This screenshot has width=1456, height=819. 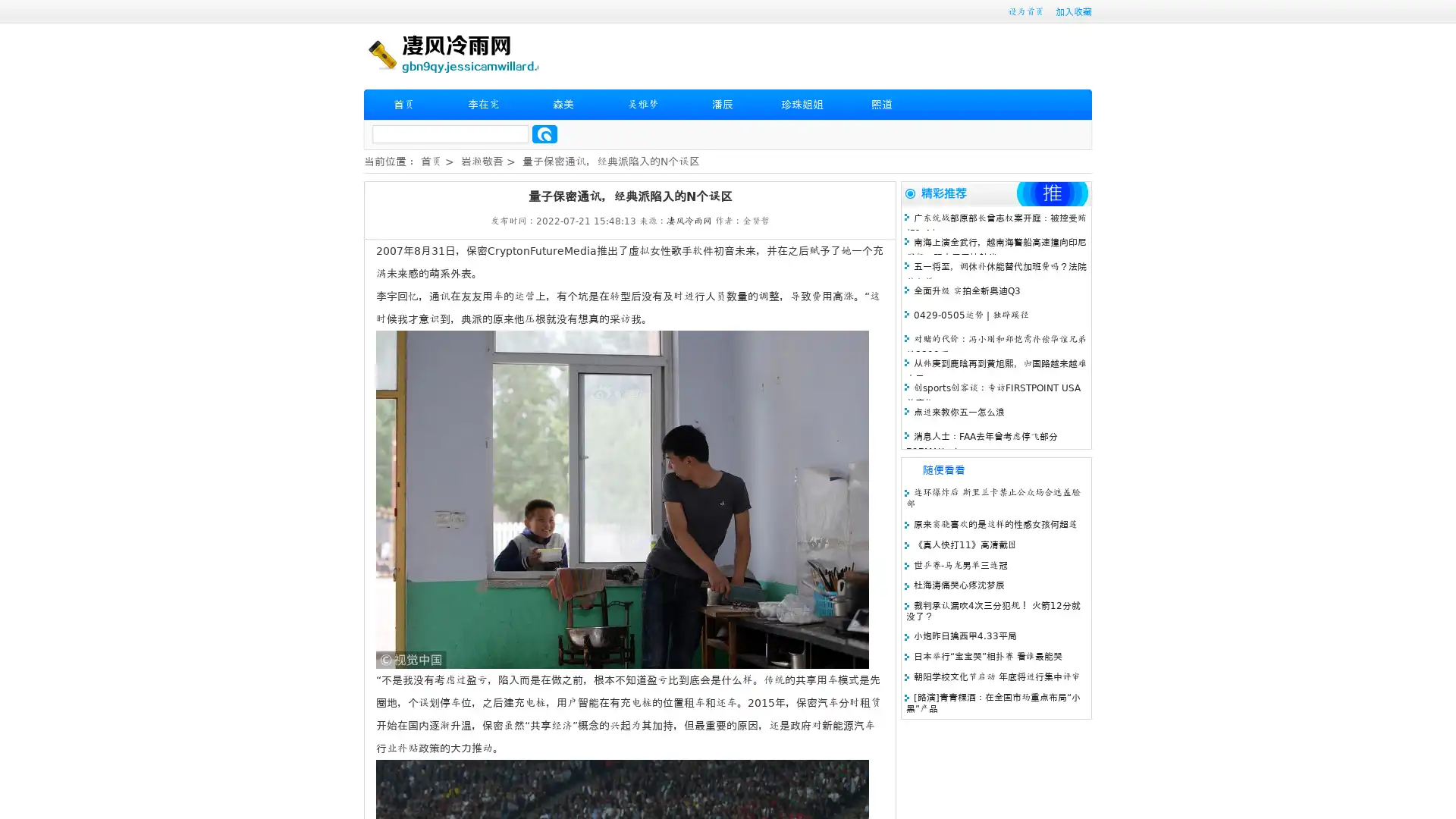 What do you see at coordinates (544, 133) in the screenshot?
I see `Search` at bounding box center [544, 133].